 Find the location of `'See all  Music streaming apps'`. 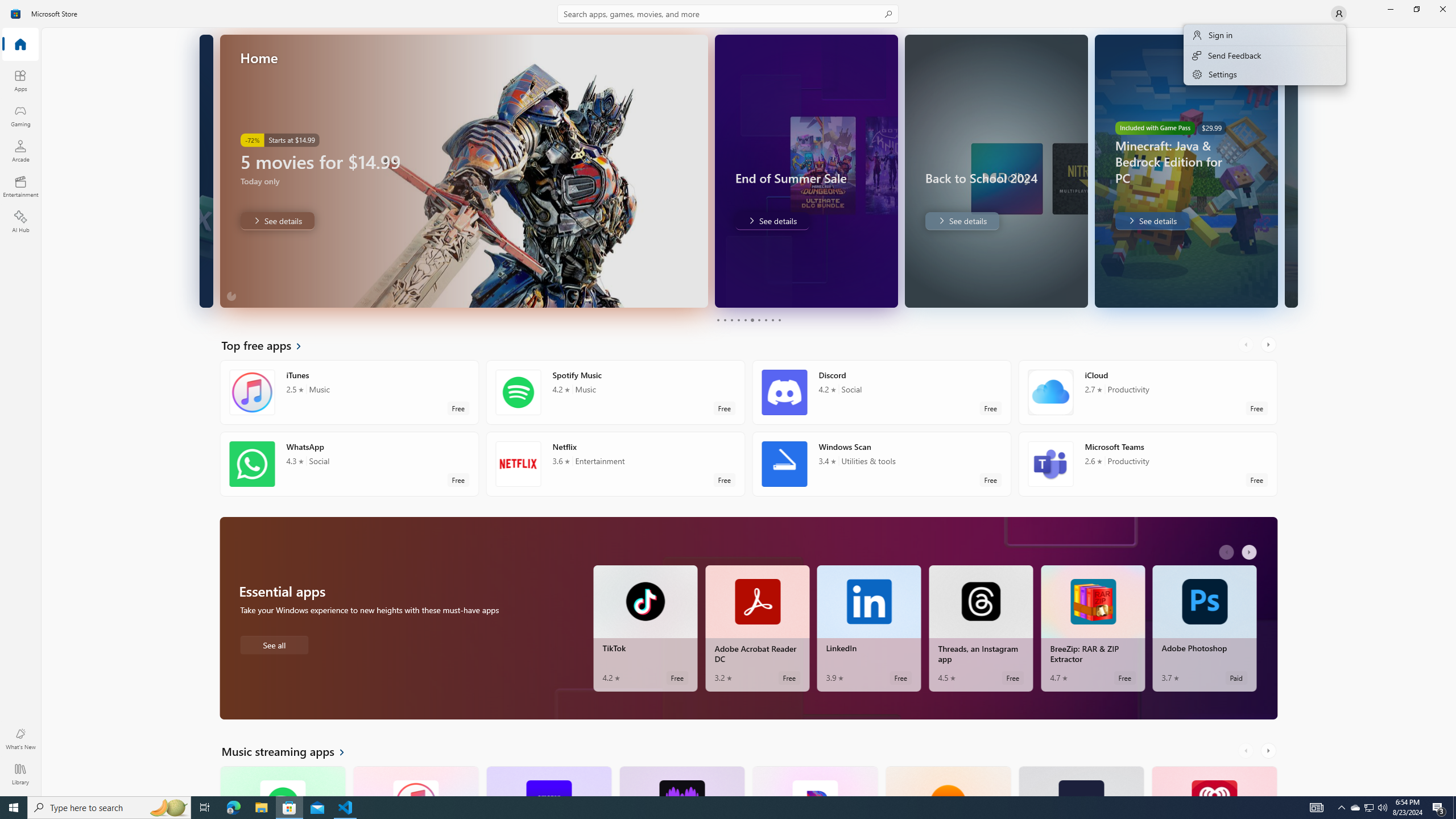

'See all  Music streaming apps' is located at coordinates (289, 751).